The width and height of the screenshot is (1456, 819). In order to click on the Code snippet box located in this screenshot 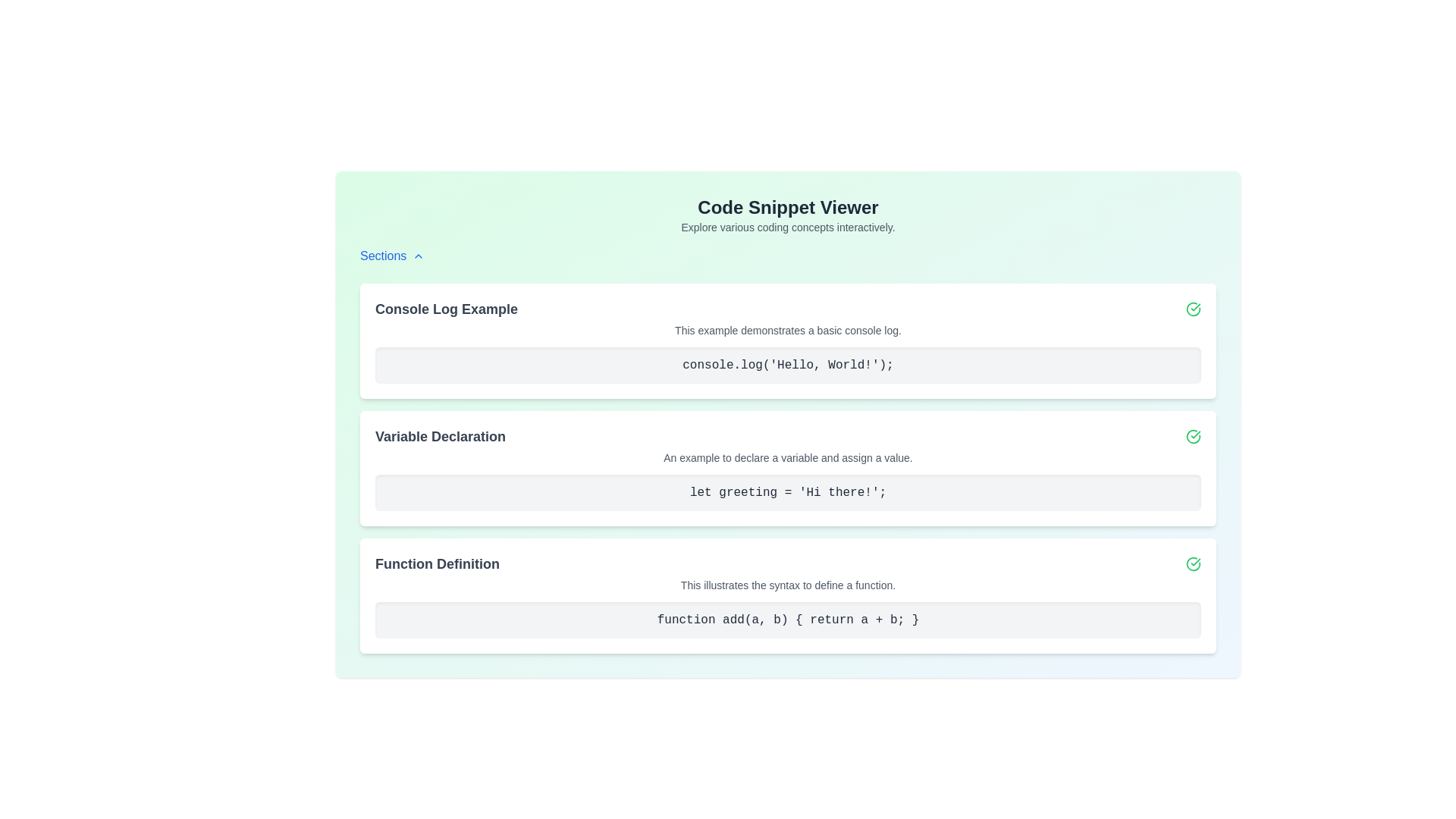, I will do `click(788, 620)`.